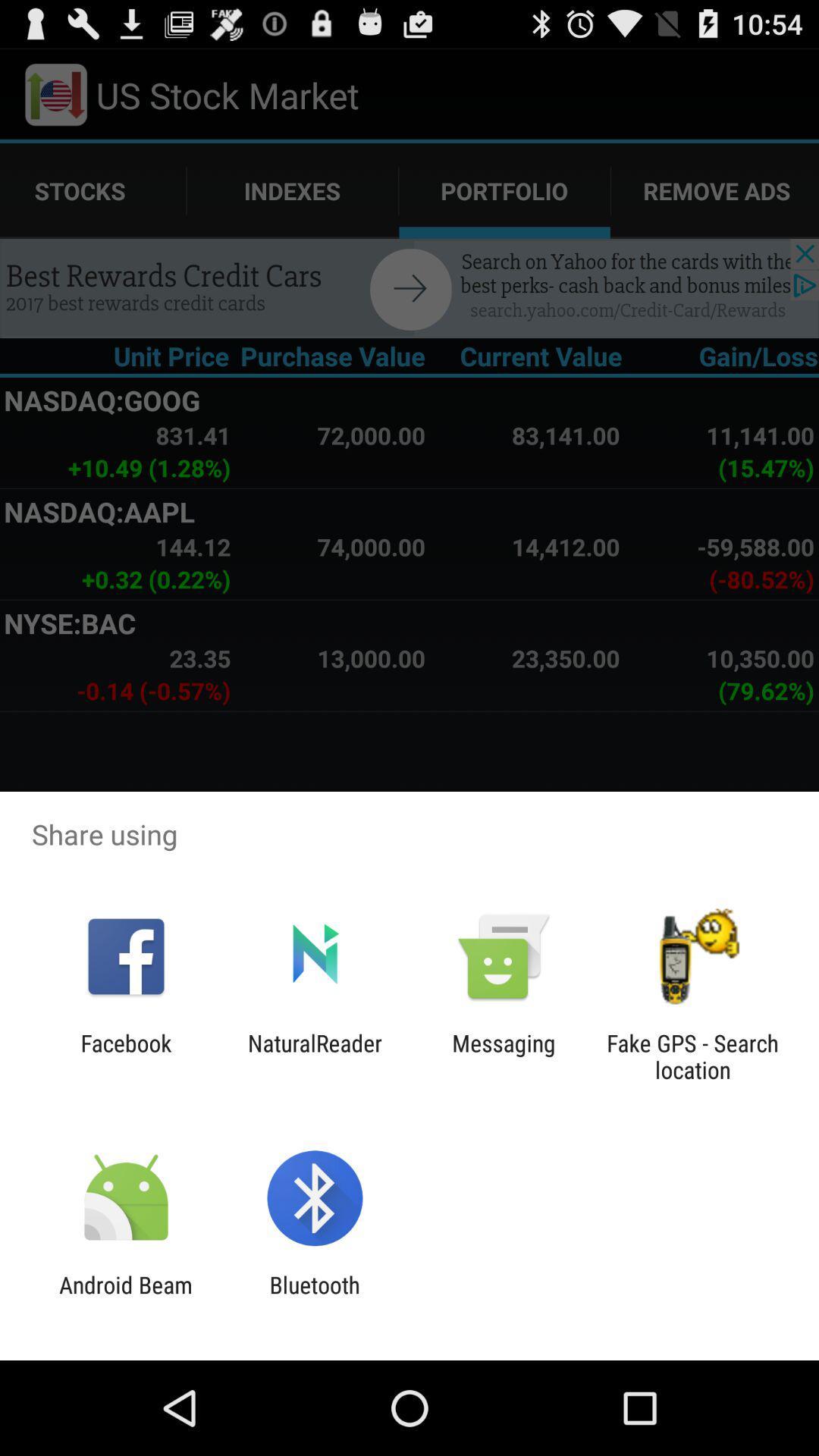 Image resolution: width=819 pixels, height=1456 pixels. What do you see at coordinates (314, 1056) in the screenshot?
I see `app to the left of the messaging item` at bounding box center [314, 1056].